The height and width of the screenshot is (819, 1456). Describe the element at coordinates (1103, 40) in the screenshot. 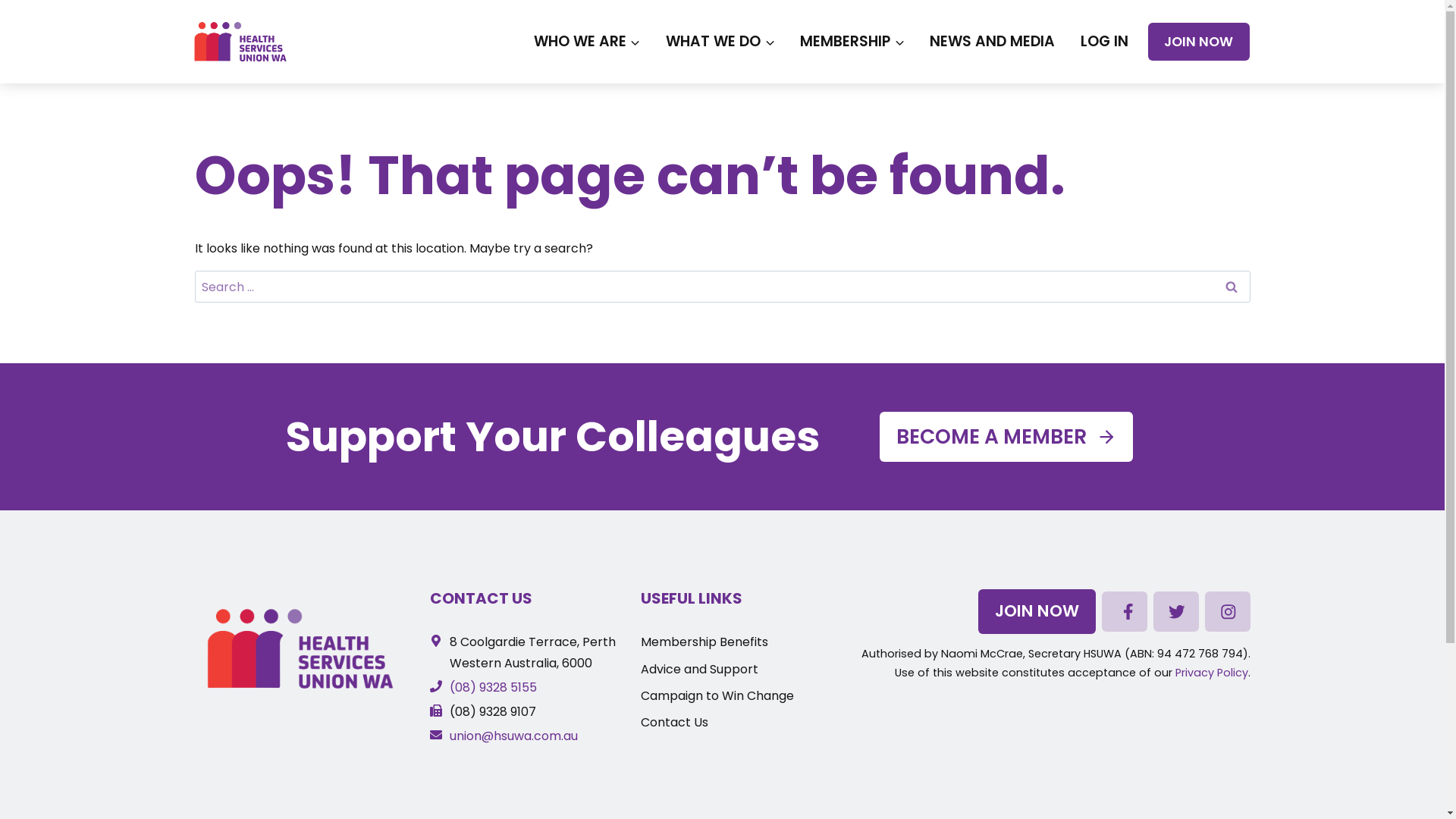

I see `'LOG IN'` at that location.